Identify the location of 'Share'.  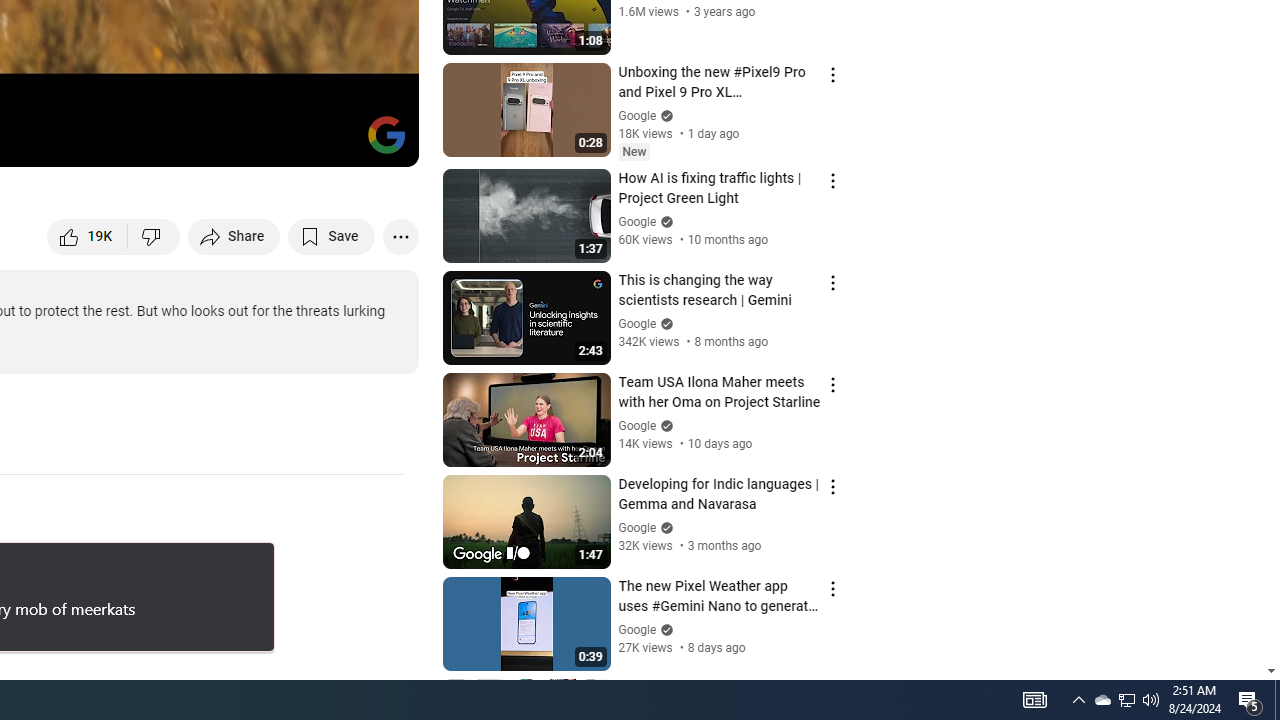
(234, 235).